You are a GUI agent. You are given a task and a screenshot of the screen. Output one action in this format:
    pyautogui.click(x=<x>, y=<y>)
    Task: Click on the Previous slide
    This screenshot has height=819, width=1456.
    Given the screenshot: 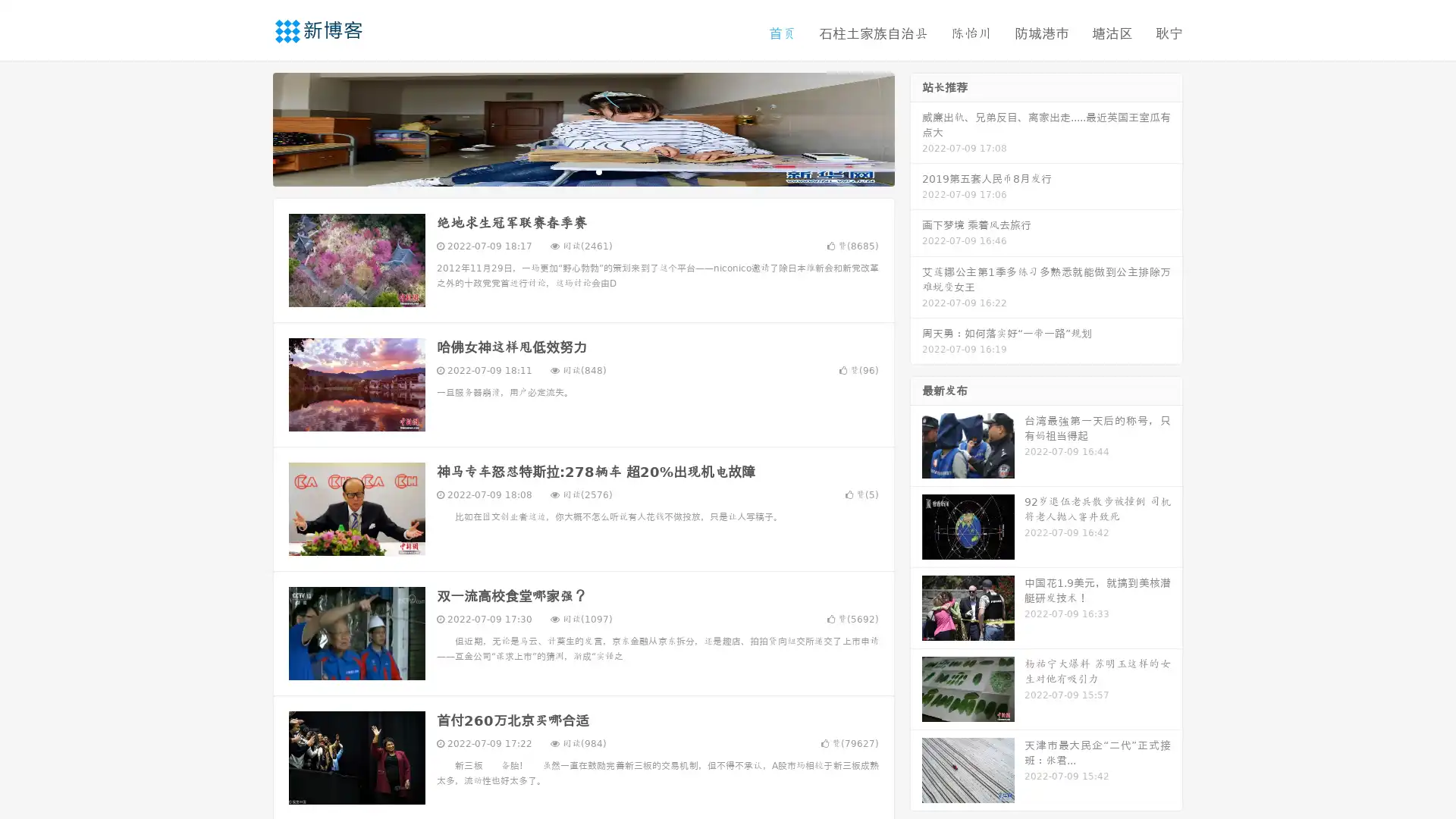 What is the action you would take?
    pyautogui.click(x=250, y=127)
    